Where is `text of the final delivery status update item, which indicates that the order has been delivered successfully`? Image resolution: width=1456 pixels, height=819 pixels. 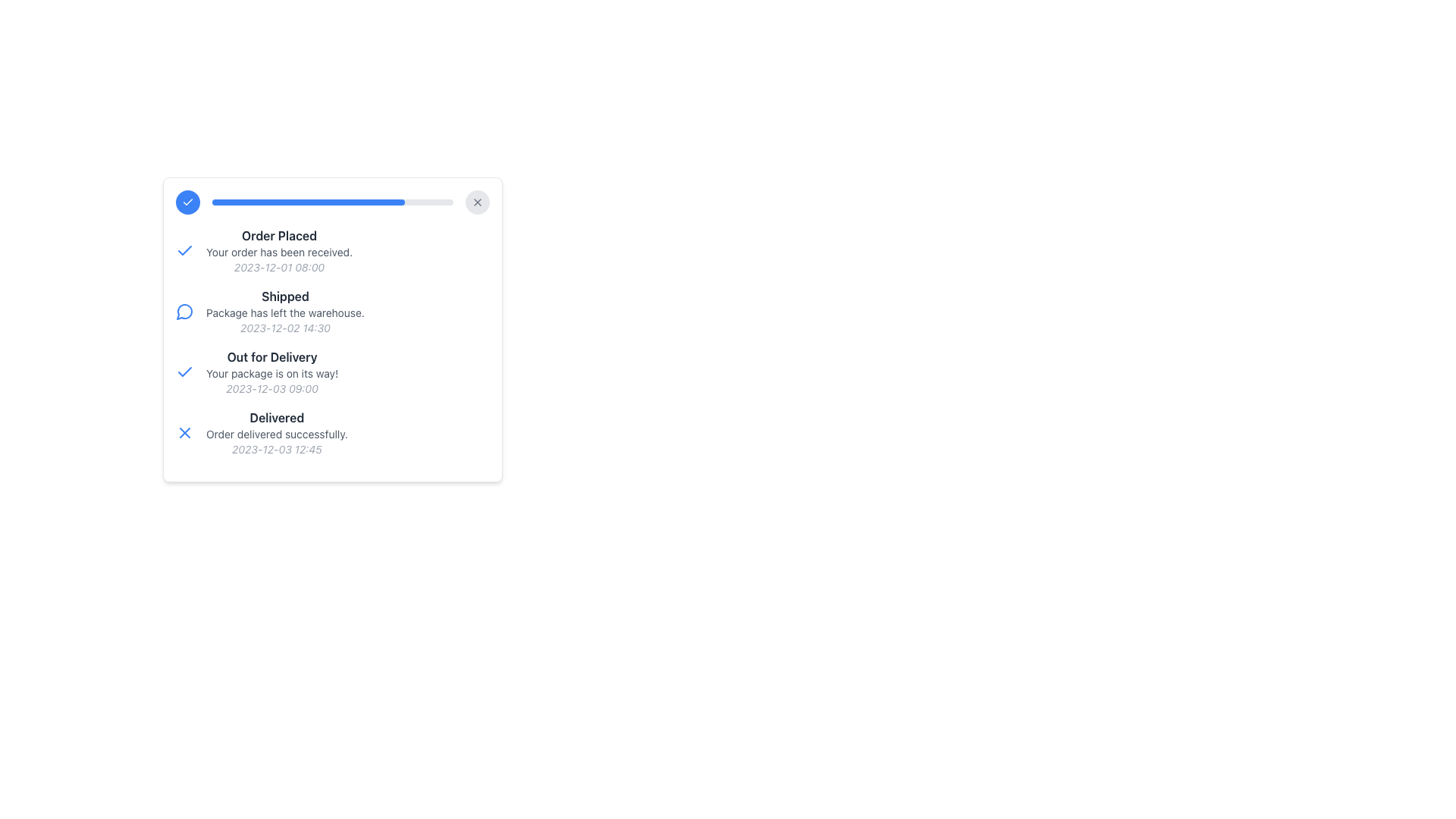
text of the final delivery status update item, which indicates that the order has been delivered successfully is located at coordinates (331, 432).